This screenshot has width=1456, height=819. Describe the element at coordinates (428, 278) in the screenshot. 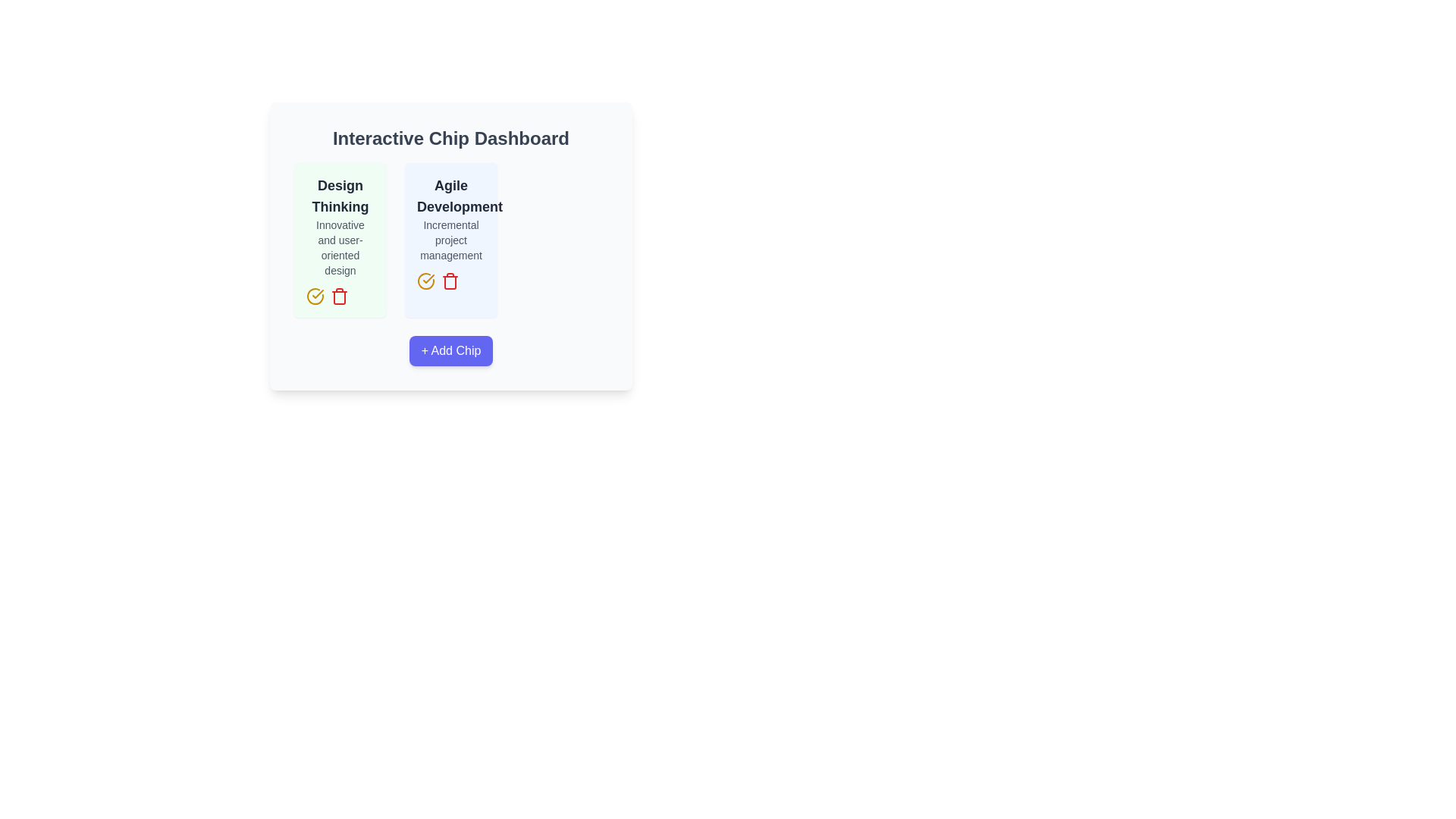

I see `attributes of the checkmark icon styled as part of a circular icon located at the bottom-left corner of the 'Design Thinking' card on the dashboard` at that location.